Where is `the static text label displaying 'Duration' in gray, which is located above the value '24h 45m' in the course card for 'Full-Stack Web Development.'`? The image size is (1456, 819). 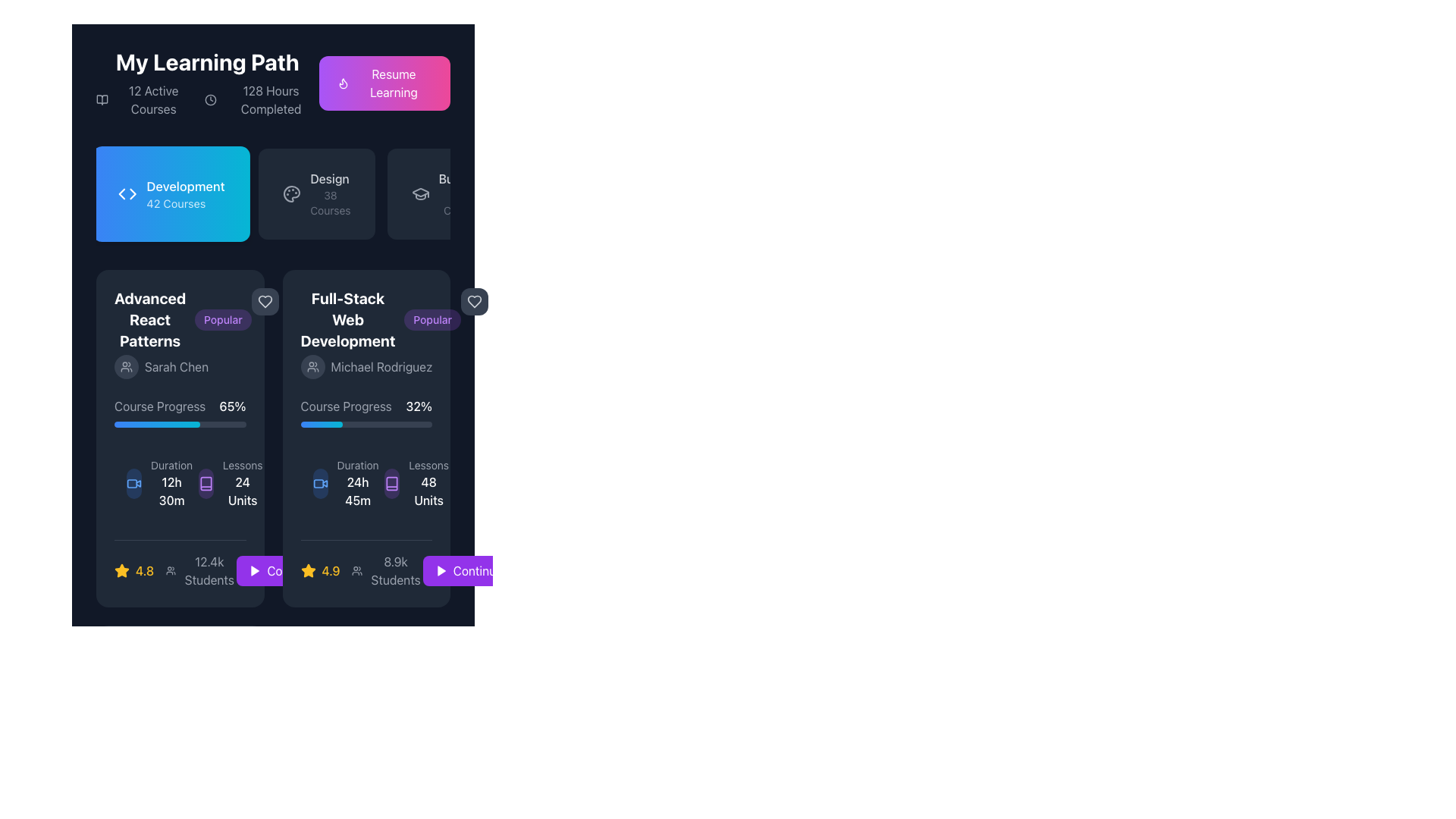 the static text label displaying 'Duration' in gray, which is located above the value '24h 45m' in the course card for 'Full-Stack Web Development.' is located at coordinates (357, 464).